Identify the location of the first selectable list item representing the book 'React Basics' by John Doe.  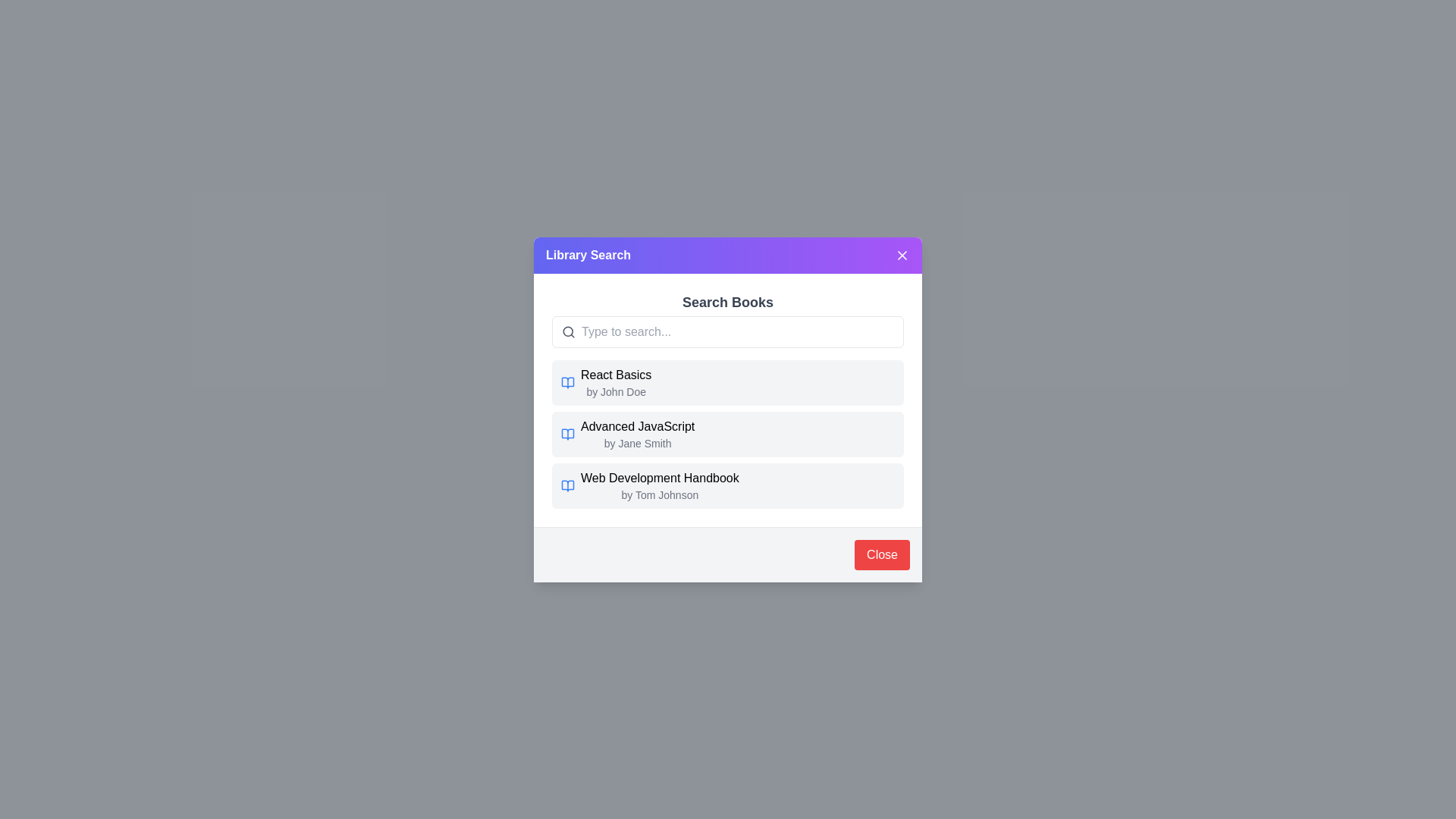
(728, 381).